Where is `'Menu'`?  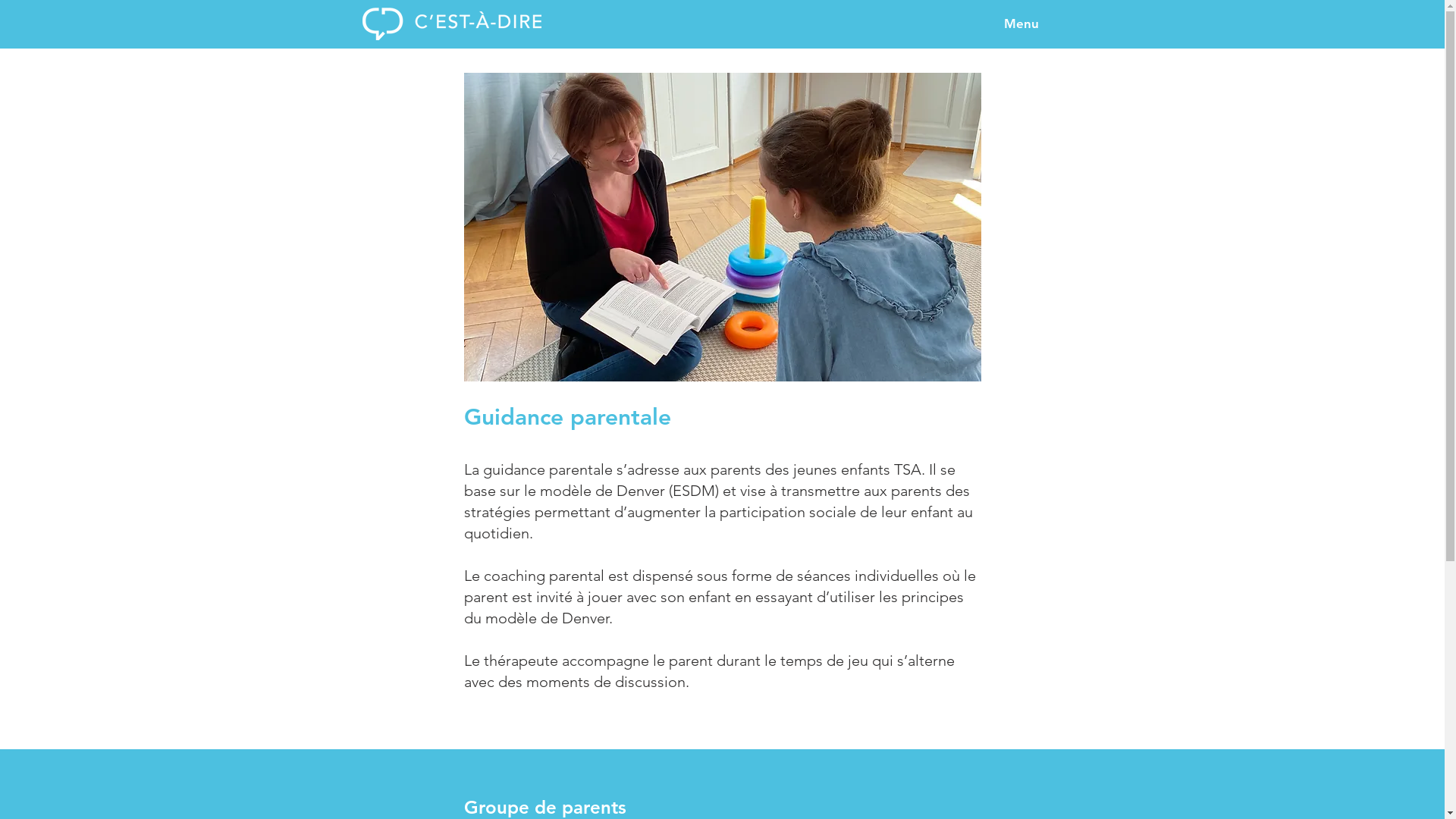
'Menu' is located at coordinates (964, 24).